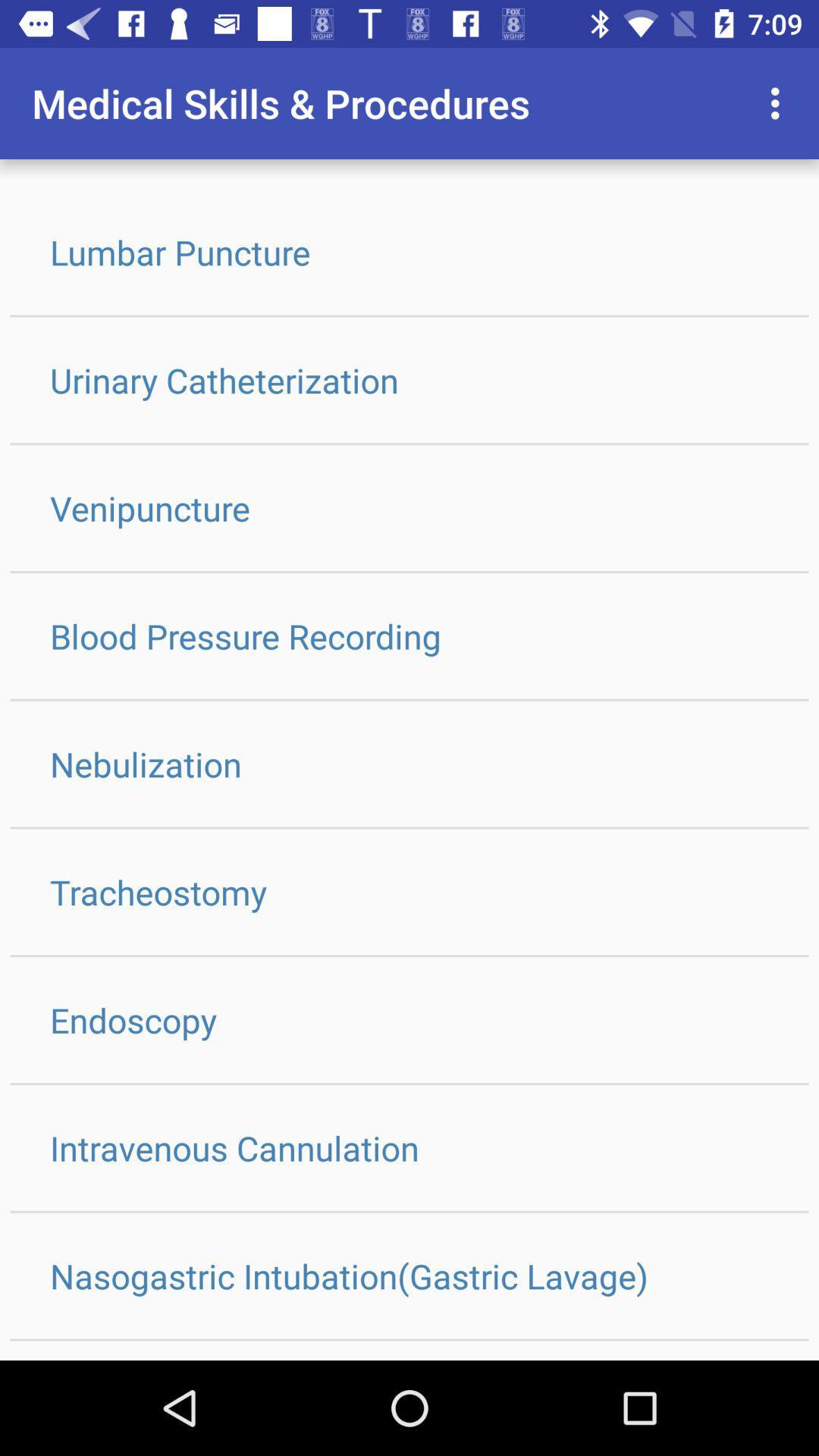  I want to click on the urinary catheterization icon, so click(409, 380).